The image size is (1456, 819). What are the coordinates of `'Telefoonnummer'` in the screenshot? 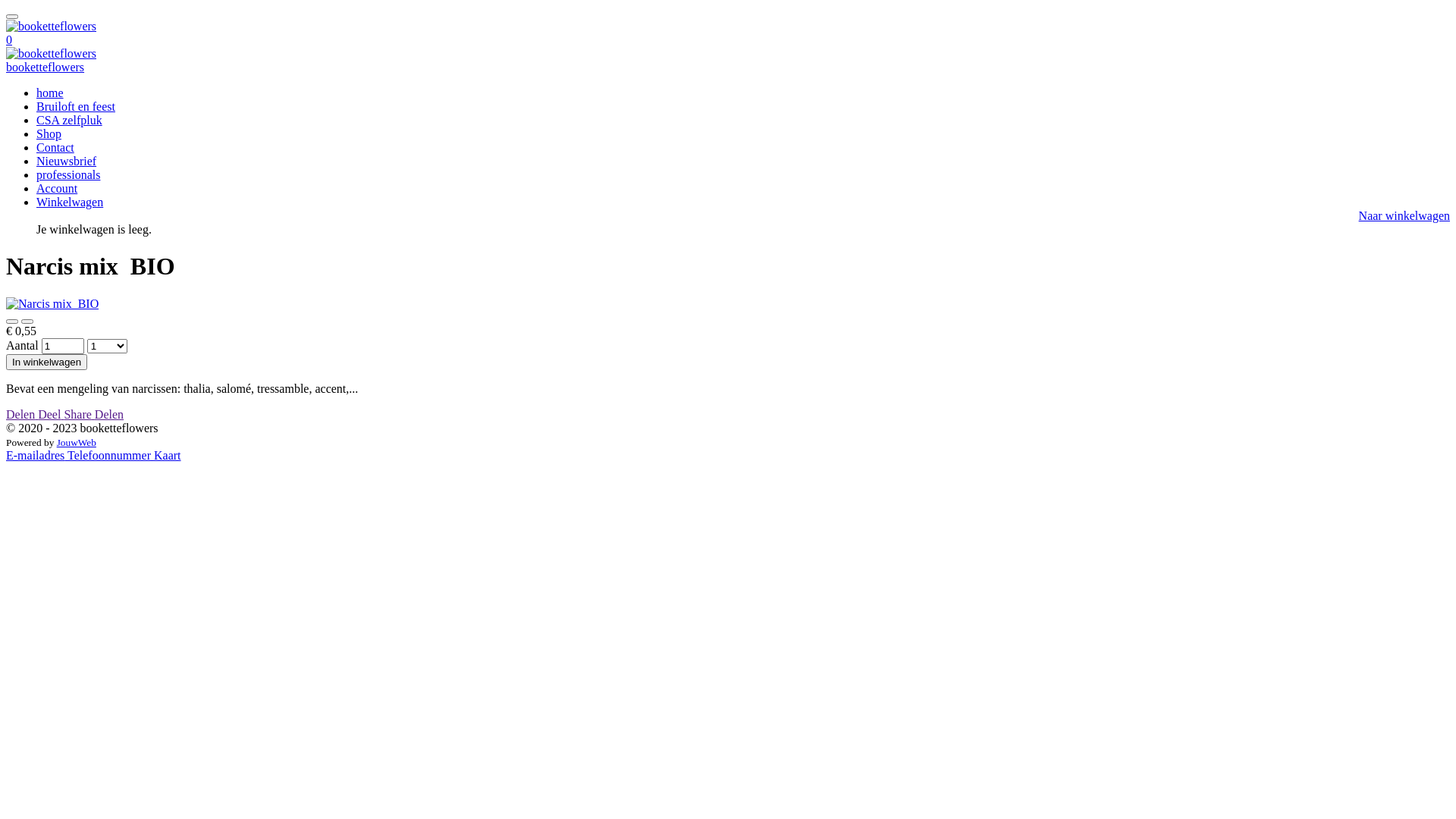 It's located at (109, 454).